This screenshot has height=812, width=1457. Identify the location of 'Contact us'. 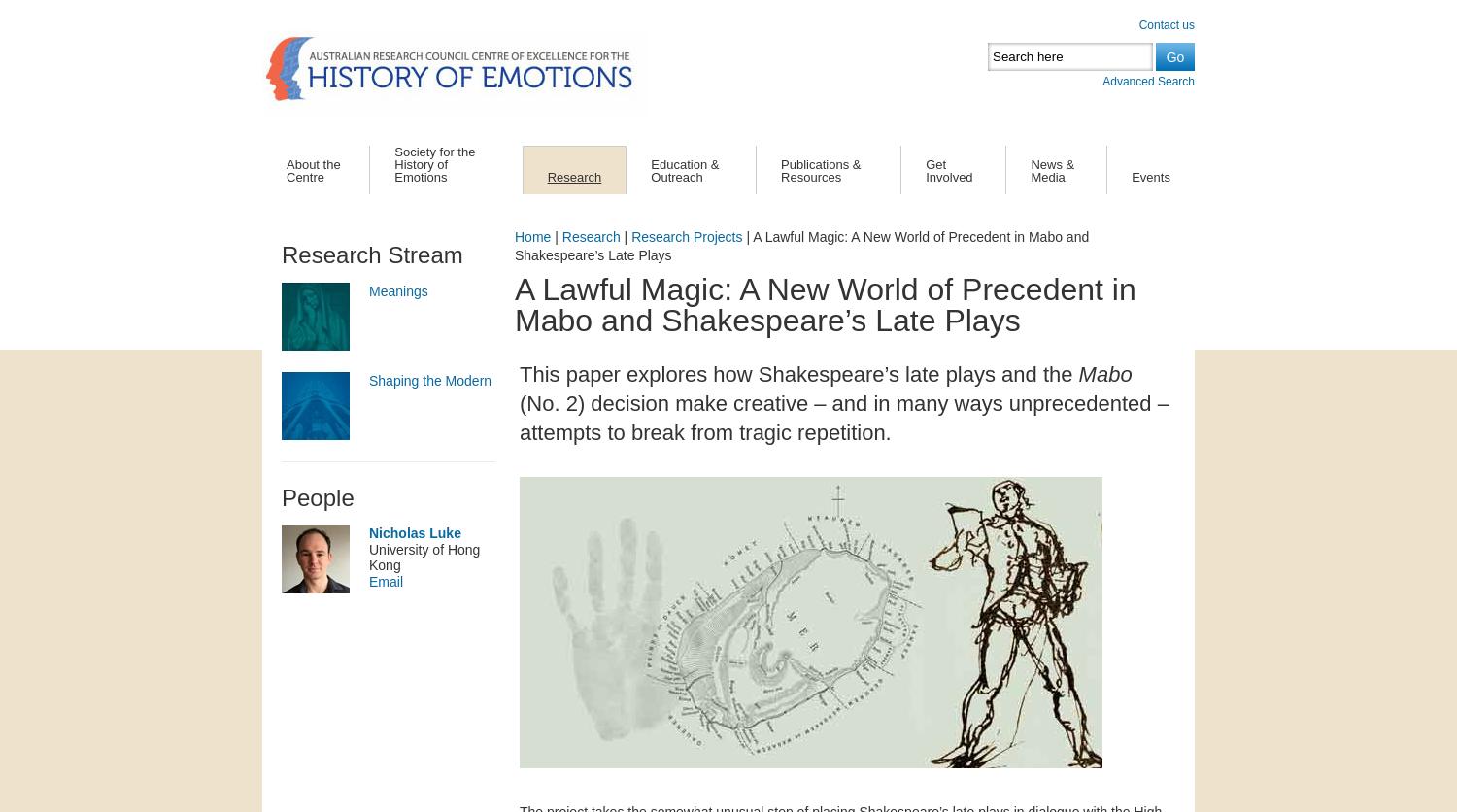
(1166, 24).